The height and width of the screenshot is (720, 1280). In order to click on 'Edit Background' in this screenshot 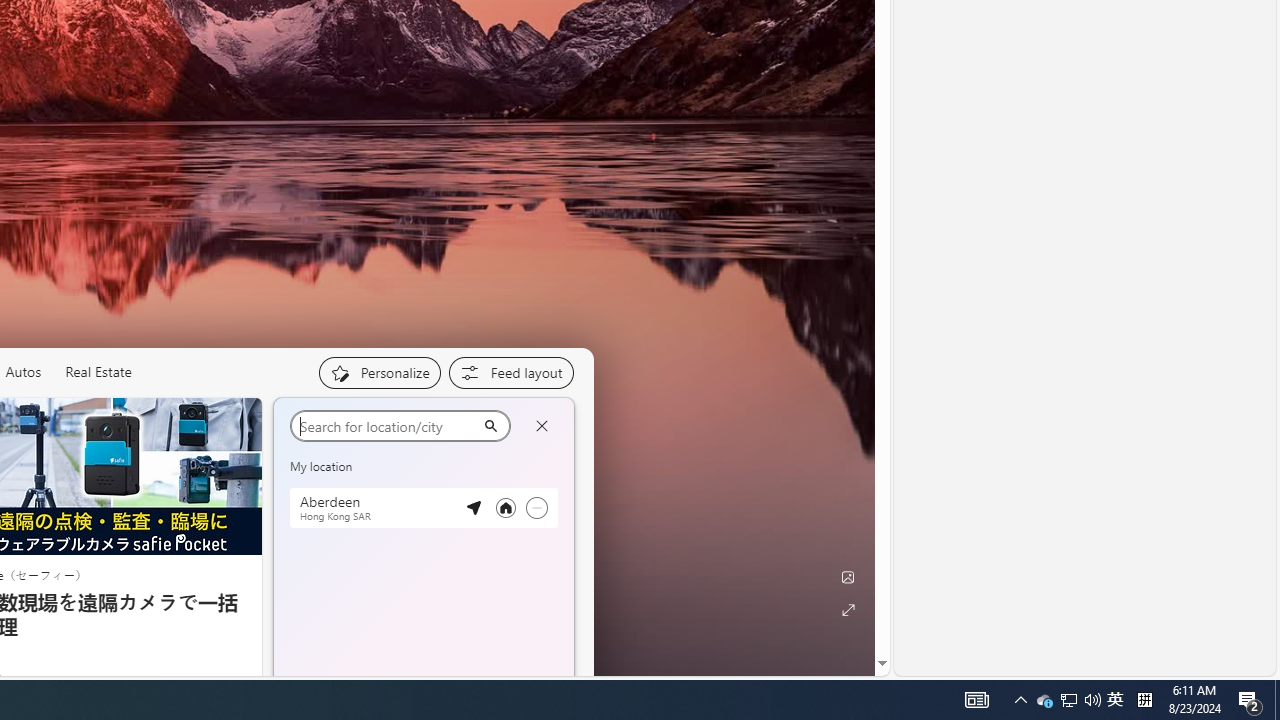, I will do `click(848, 577)`.